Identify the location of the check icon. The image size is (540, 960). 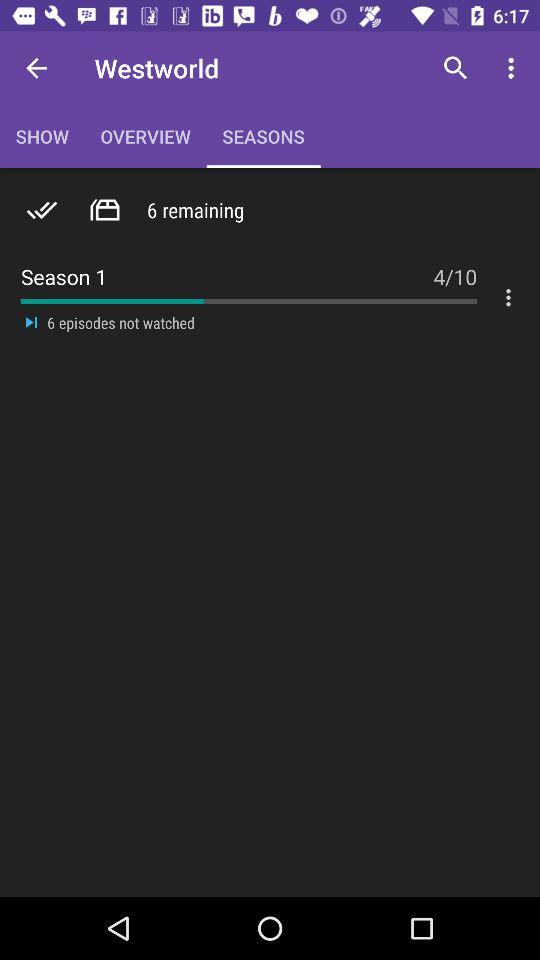
(42, 210).